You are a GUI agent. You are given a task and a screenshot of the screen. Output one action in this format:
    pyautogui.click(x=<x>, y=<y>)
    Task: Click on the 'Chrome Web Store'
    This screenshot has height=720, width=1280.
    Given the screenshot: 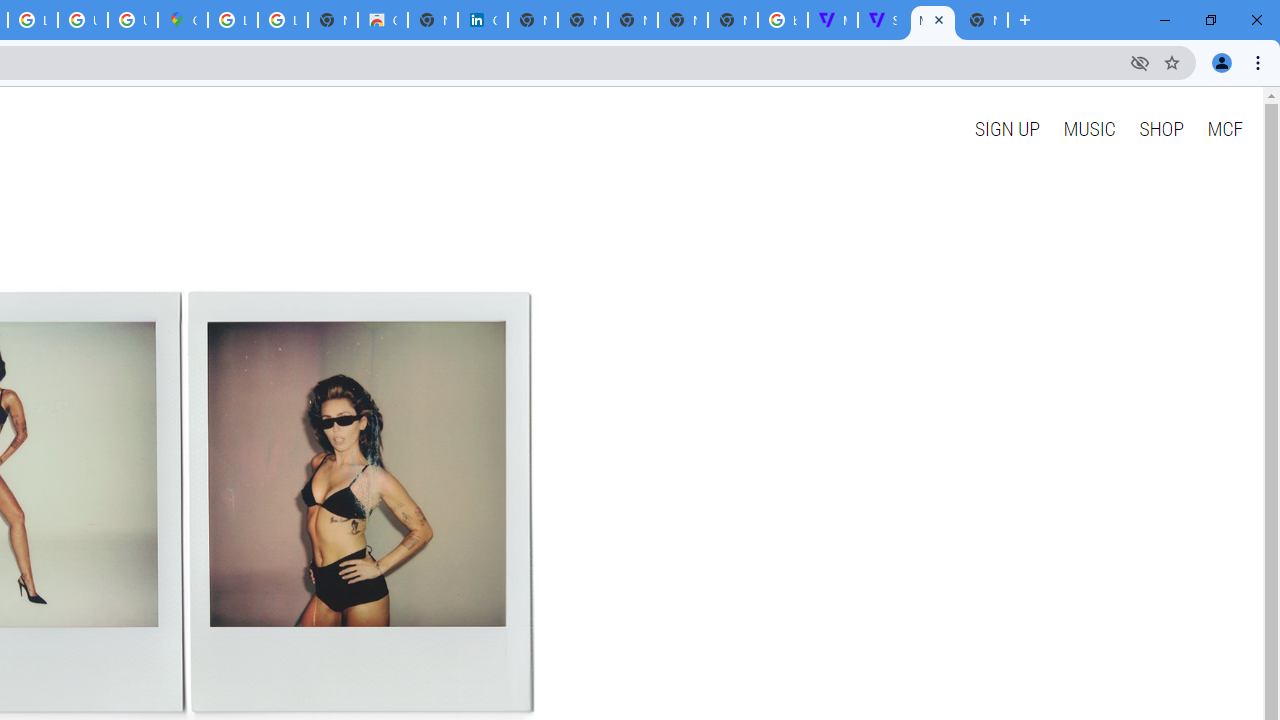 What is the action you would take?
    pyautogui.click(x=383, y=20)
    